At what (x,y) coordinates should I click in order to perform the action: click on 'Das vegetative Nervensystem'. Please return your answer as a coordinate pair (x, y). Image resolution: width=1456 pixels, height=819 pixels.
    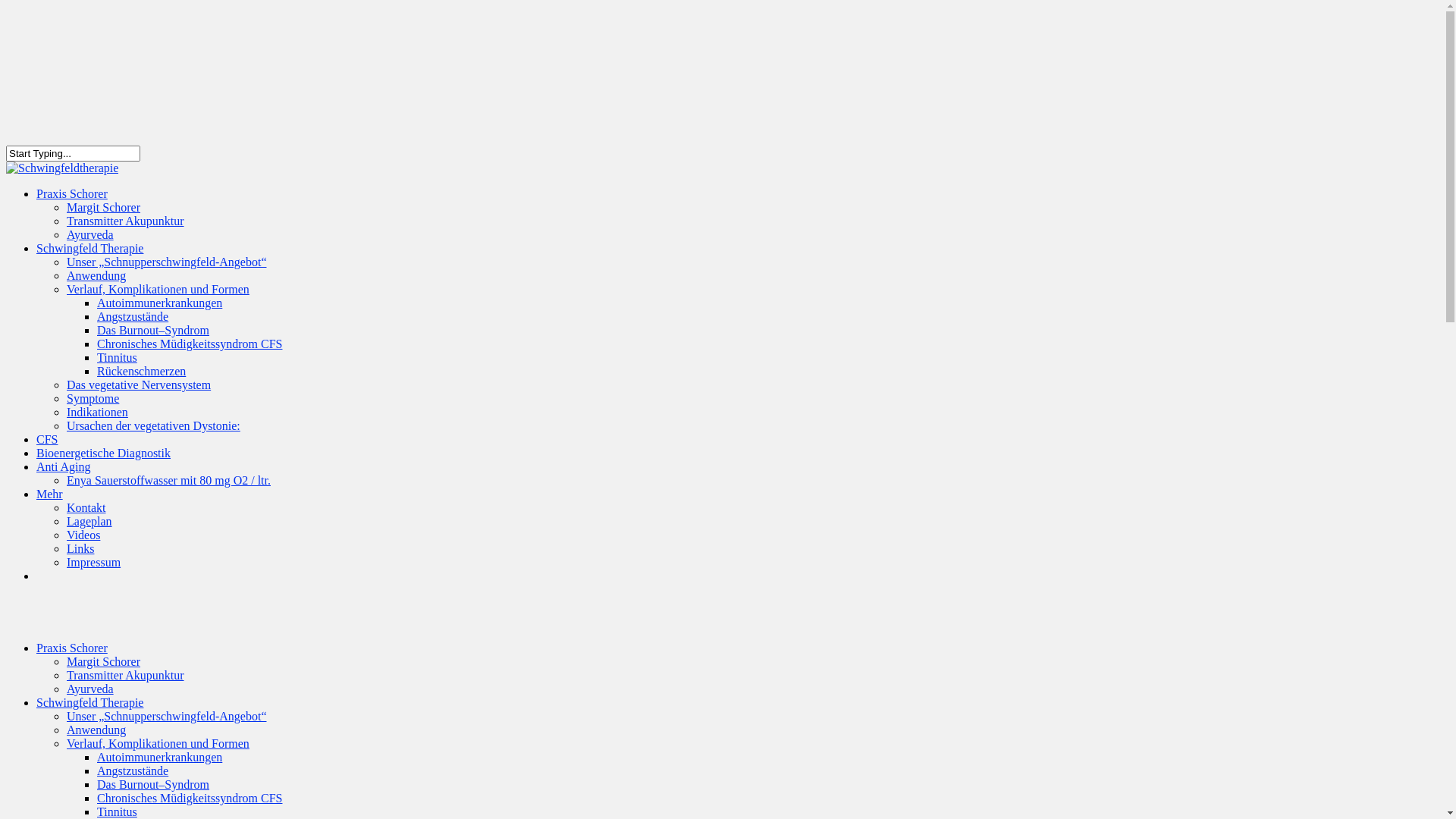
    Looking at the image, I should click on (138, 384).